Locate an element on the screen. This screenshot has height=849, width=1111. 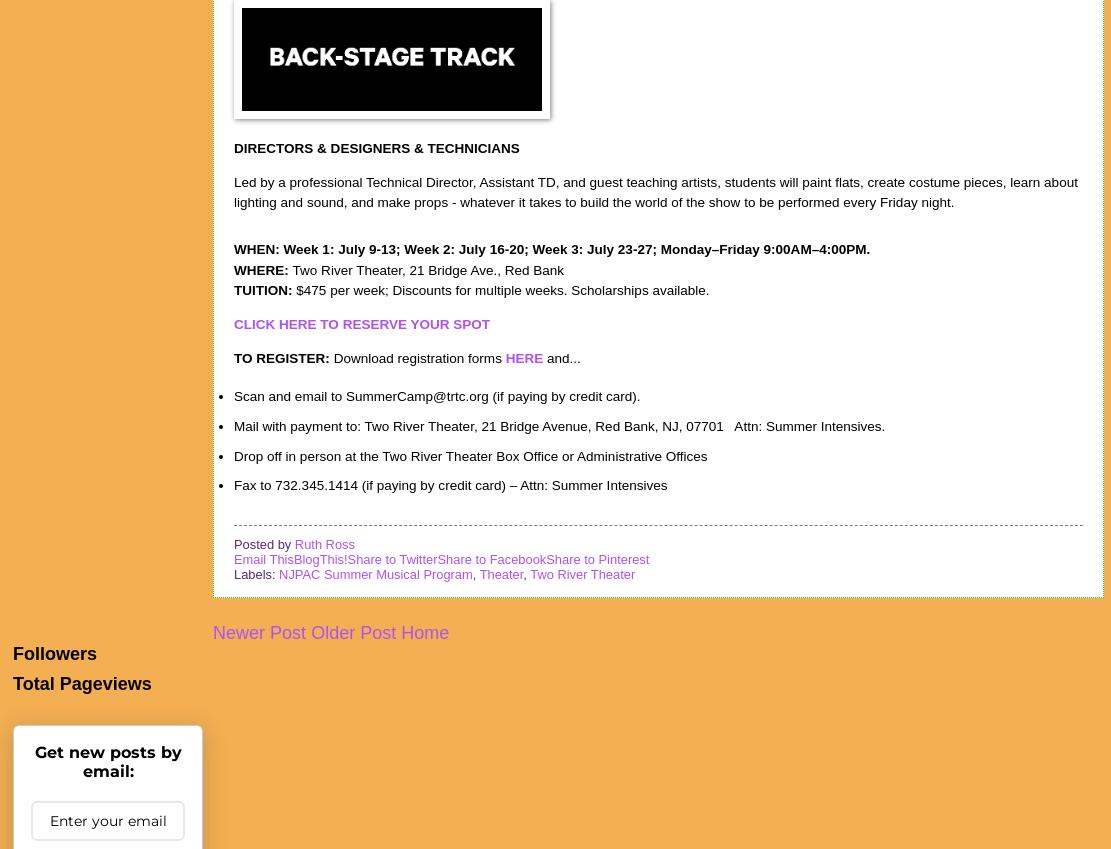
'Two River Theater, 21 Bridge Ave., Red Bank' is located at coordinates (427, 269).